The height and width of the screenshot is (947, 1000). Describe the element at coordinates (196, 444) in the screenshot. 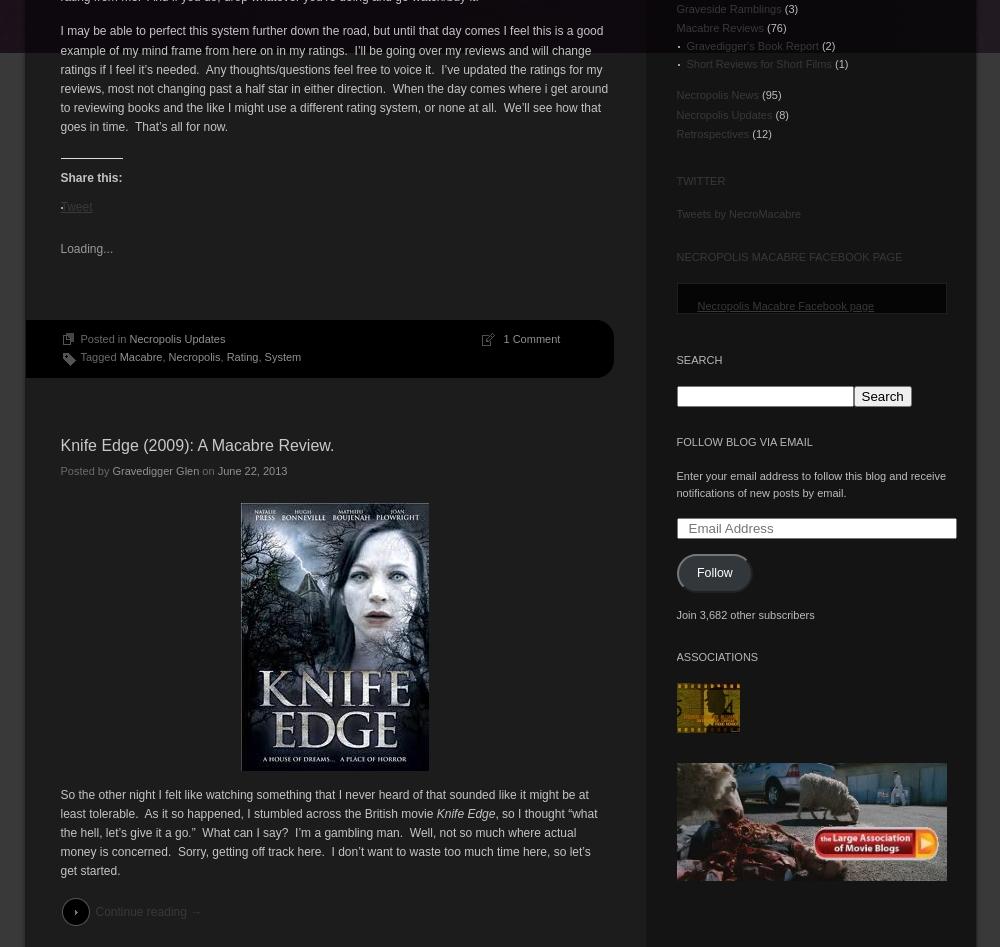

I see `'Knife Edge (2009): A Macabre Review.'` at that location.